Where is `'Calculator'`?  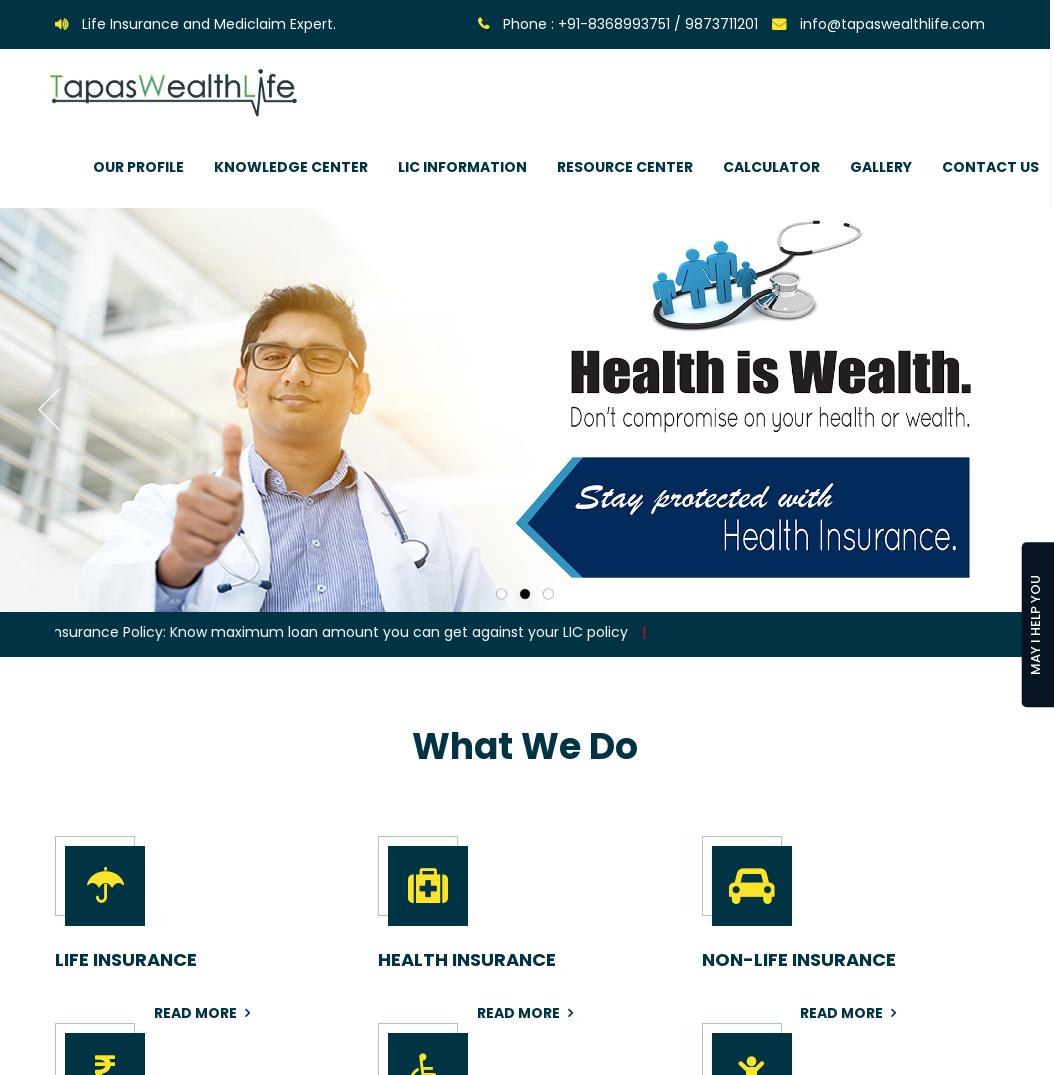 'Calculator' is located at coordinates (771, 166).